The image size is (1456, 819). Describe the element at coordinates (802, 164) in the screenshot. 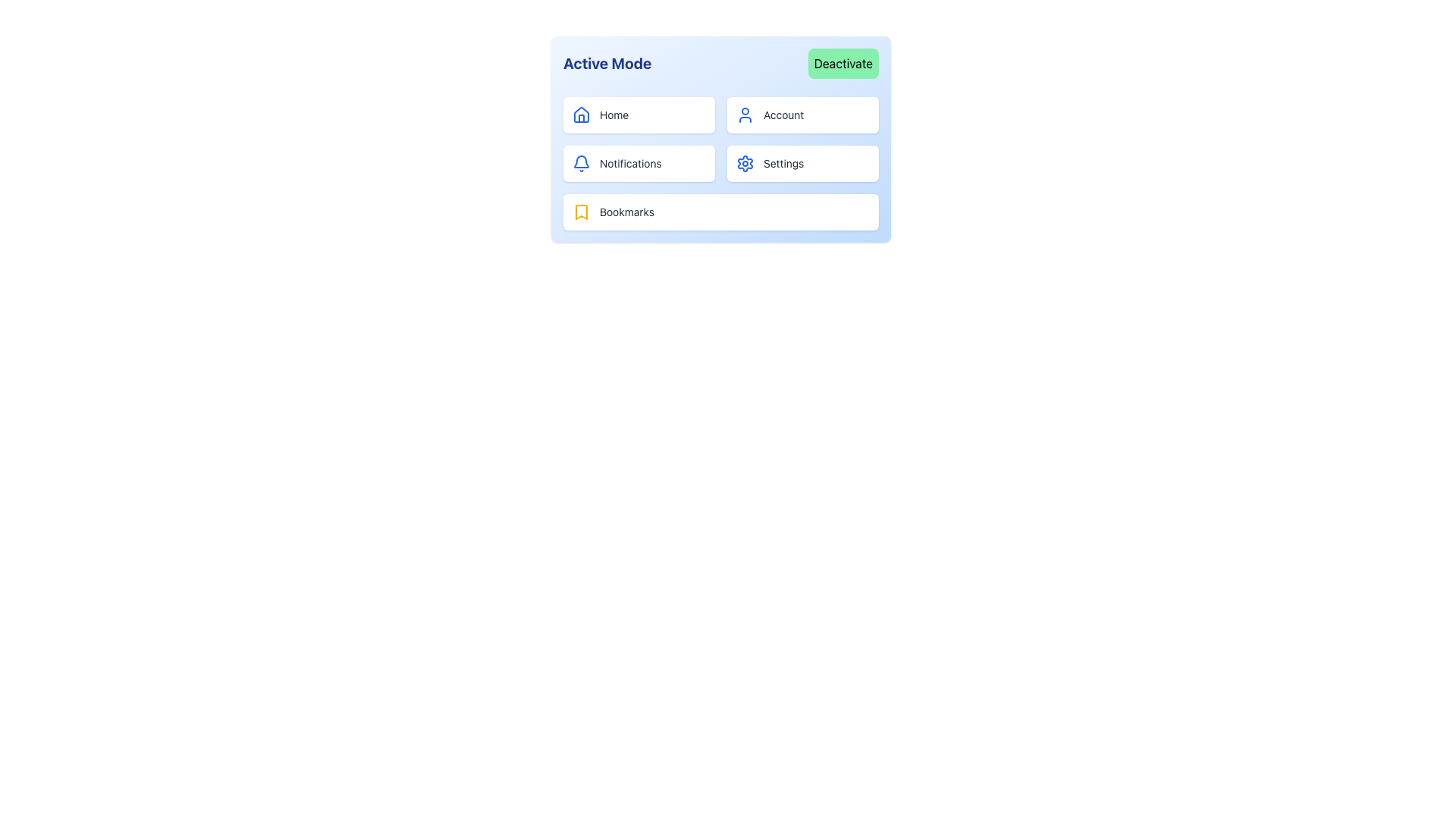

I see `the 'Settings' button, which is located in the second column, second row of the grid layout, to observe the visual hover effect` at that location.